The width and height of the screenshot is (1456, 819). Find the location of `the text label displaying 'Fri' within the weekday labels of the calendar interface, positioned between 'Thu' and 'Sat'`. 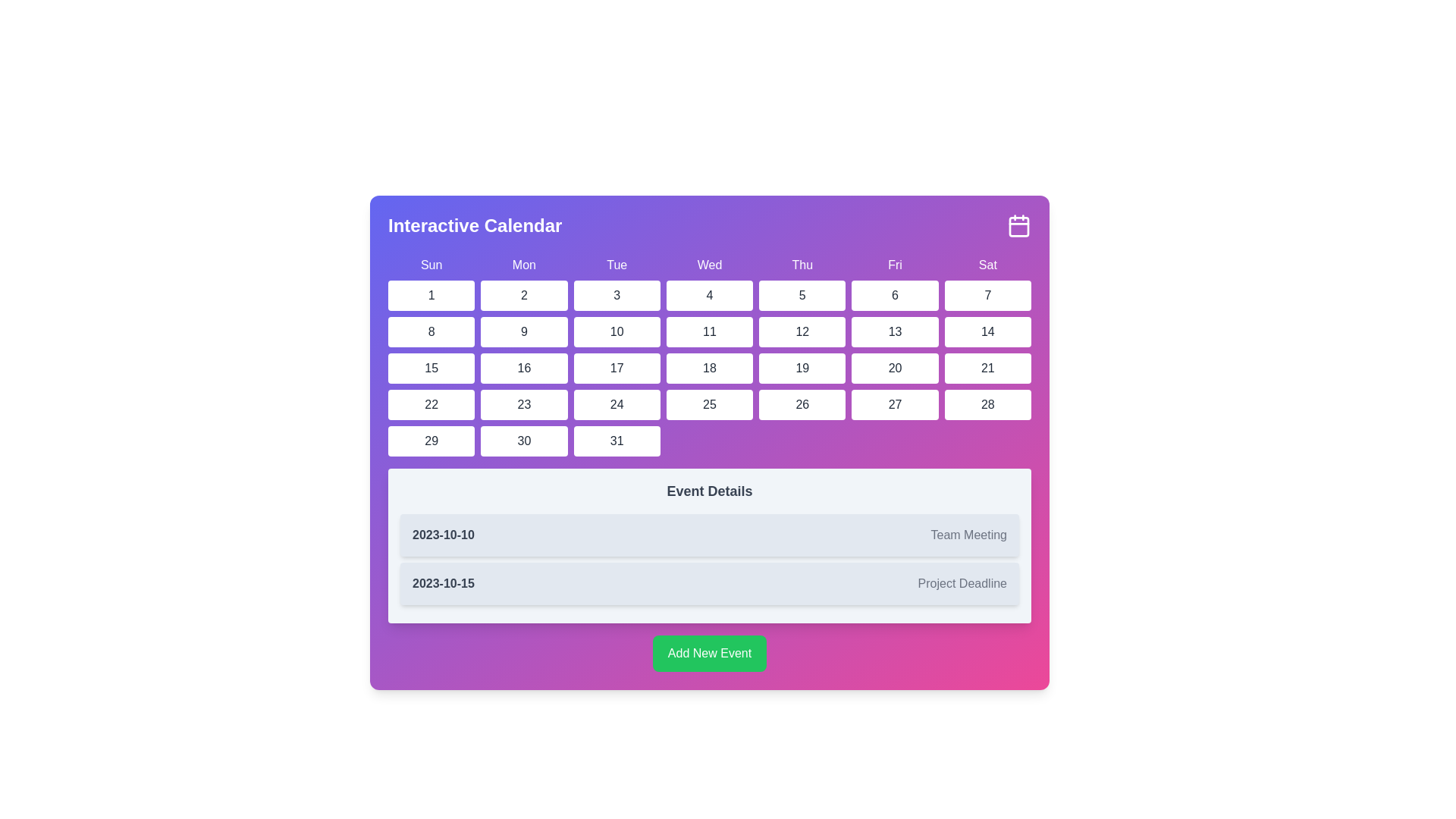

the text label displaying 'Fri' within the weekday labels of the calendar interface, positioned between 'Thu' and 'Sat' is located at coordinates (895, 265).